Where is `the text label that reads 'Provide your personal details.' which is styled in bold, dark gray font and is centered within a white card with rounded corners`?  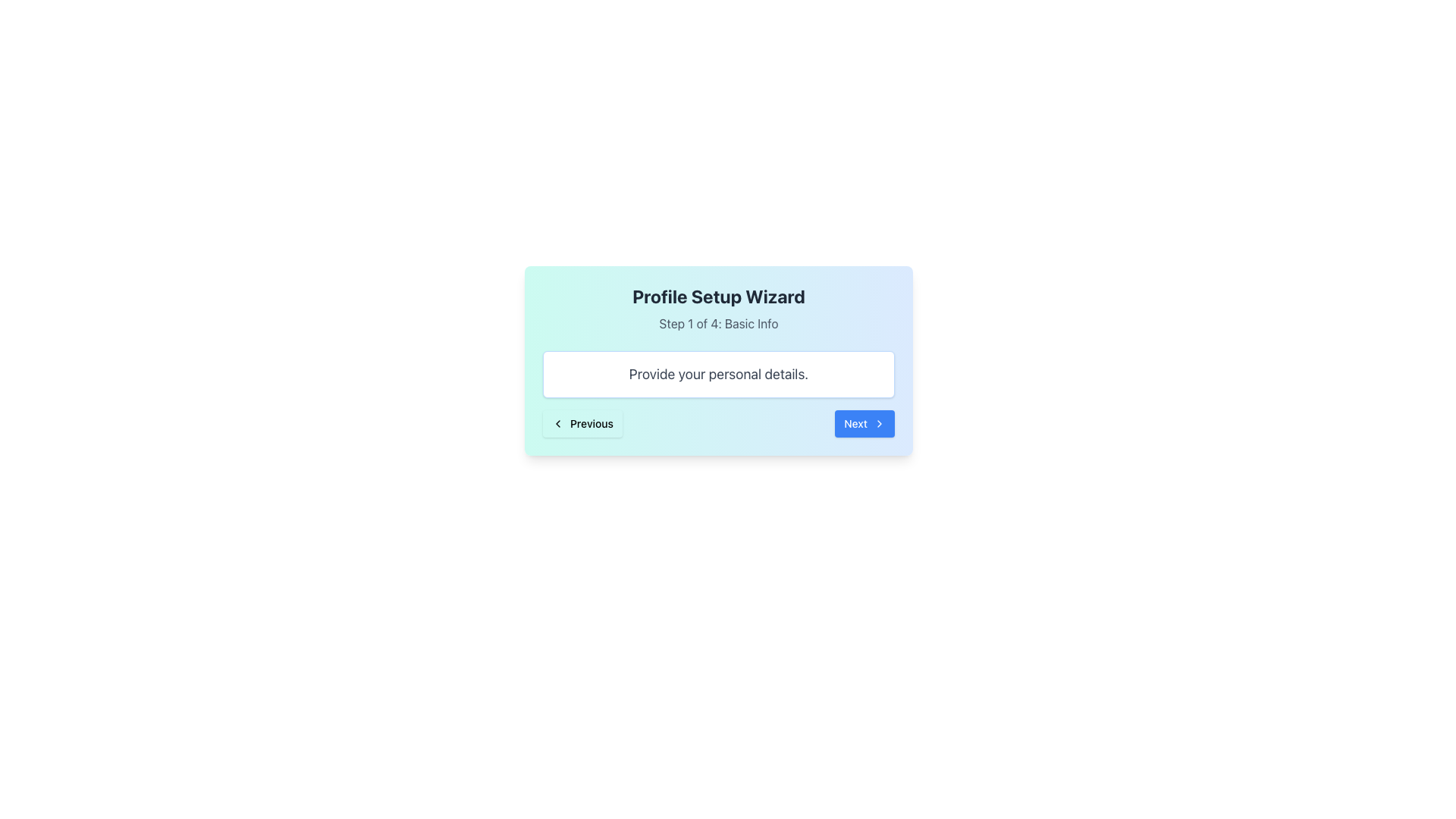 the text label that reads 'Provide your personal details.' which is styled in bold, dark gray font and is centered within a white card with rounded corners is located at coordinates (718, 374).